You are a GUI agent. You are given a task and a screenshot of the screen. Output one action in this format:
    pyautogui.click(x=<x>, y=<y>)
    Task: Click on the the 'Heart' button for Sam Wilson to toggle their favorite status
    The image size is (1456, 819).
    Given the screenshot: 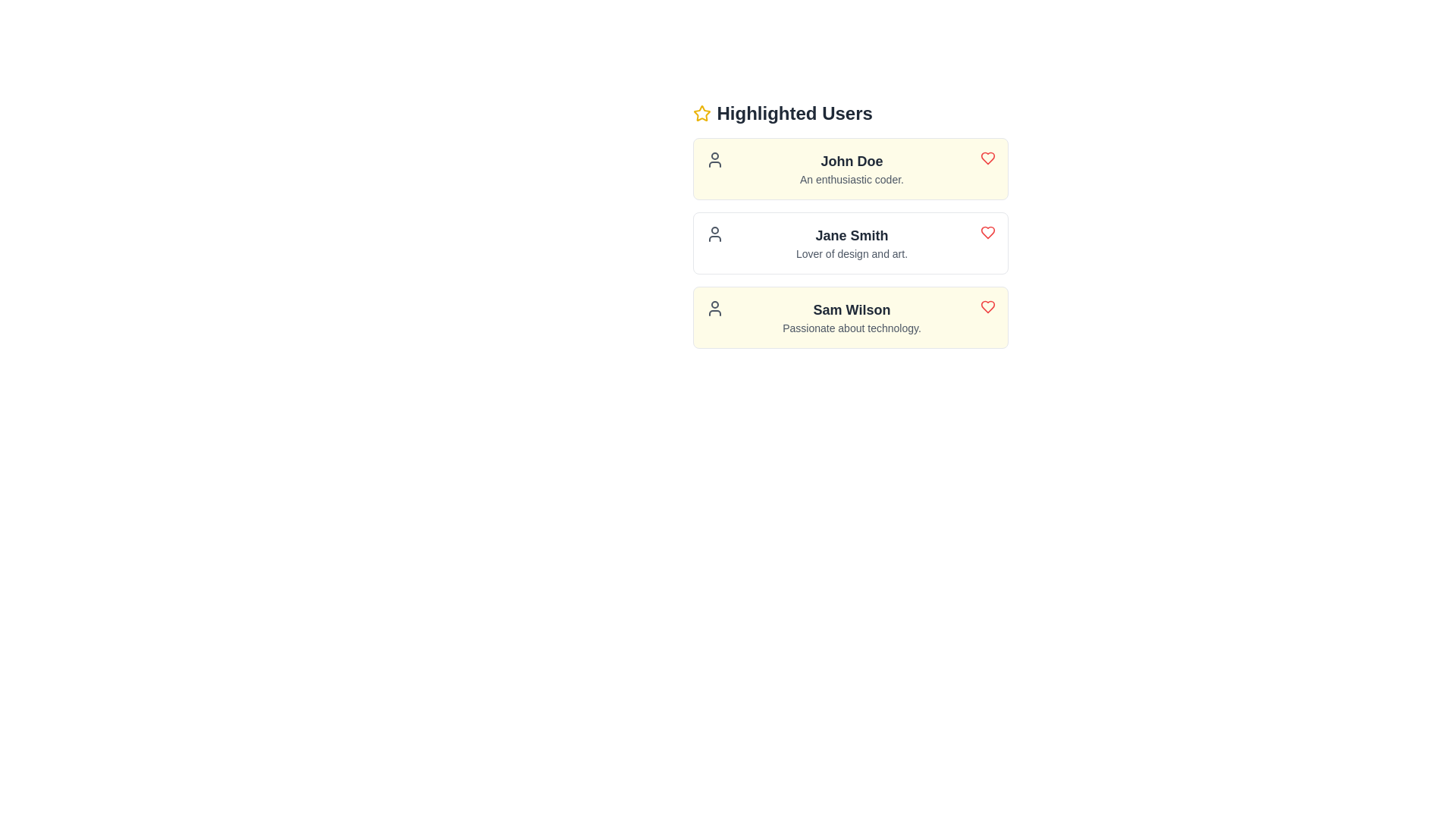 What is the action you would take?
    pyautogui.click(x=987, y=307)
    